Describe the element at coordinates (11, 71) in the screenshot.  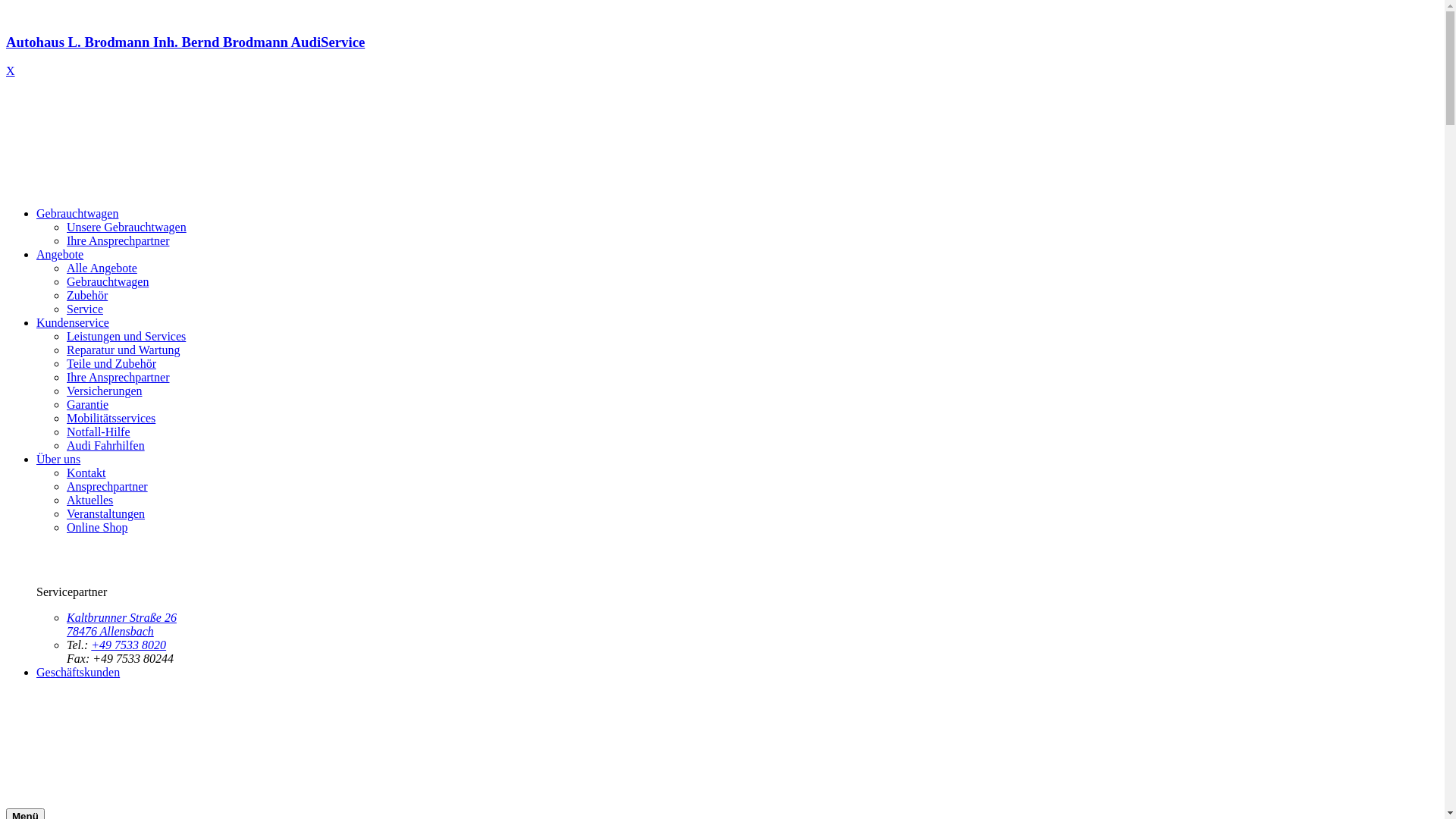
I see `'X'` at that location.